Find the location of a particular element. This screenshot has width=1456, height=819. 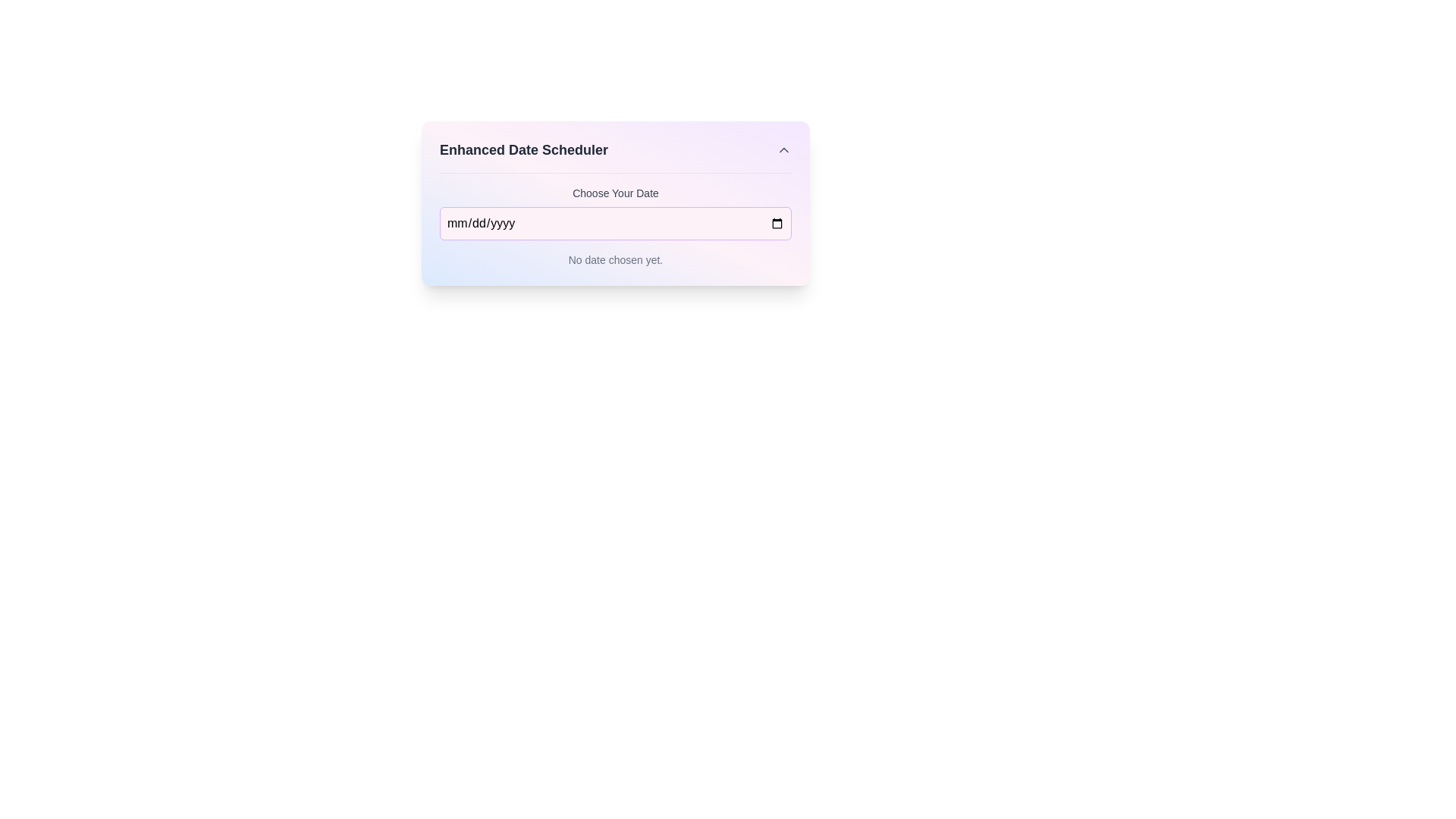

the static text element displaying 'No date chosen yet.' which provides feedback related to date selection is located at coordinates (615, 259).